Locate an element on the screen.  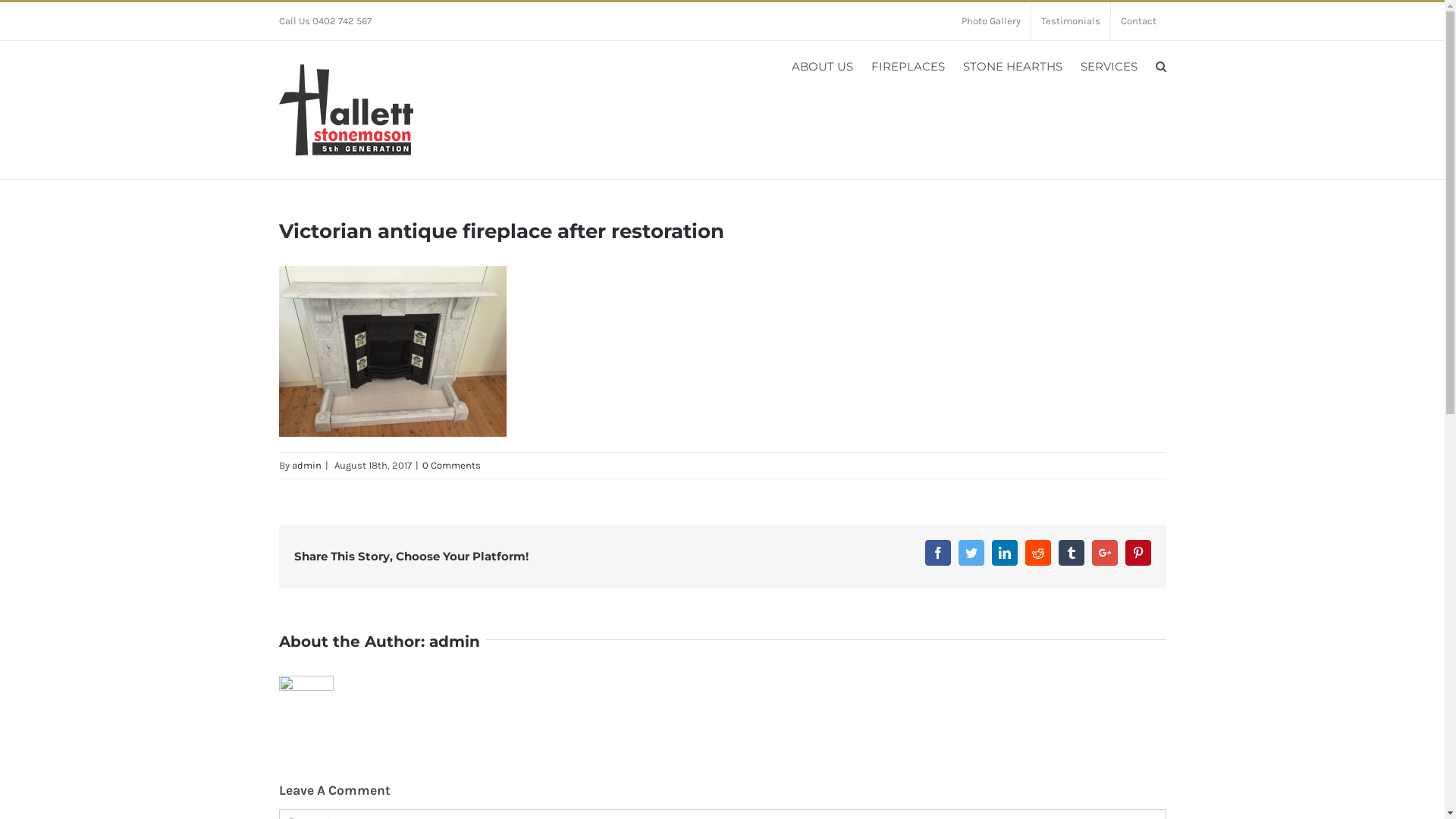
'Linkedin' is located at coordinates (992, 553).